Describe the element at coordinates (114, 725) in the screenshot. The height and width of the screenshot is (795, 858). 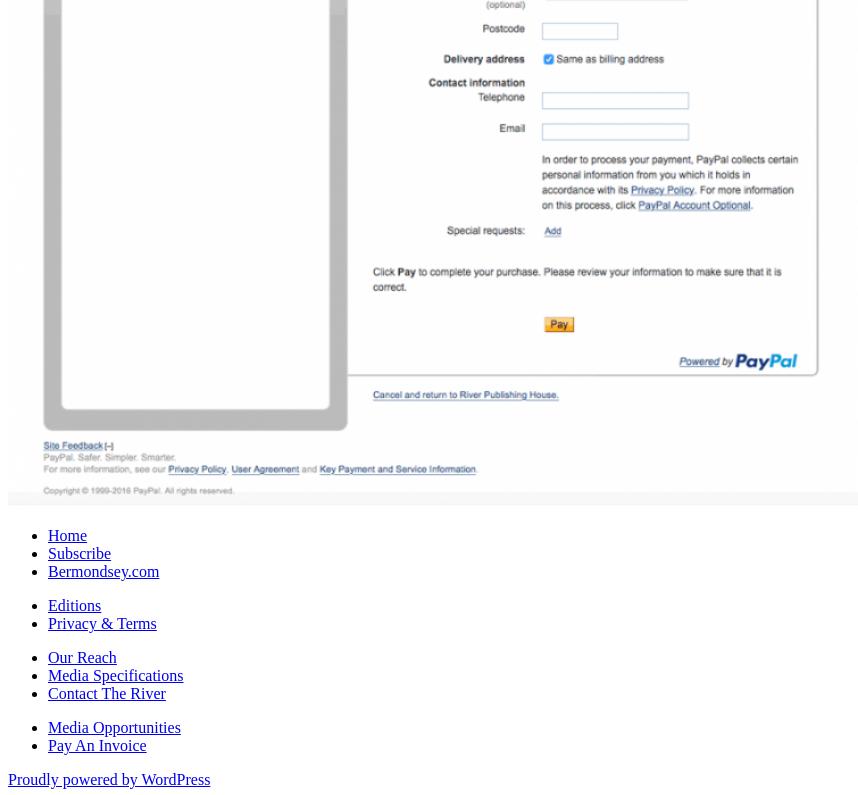
I see `'Media Opportunities'` at that location.